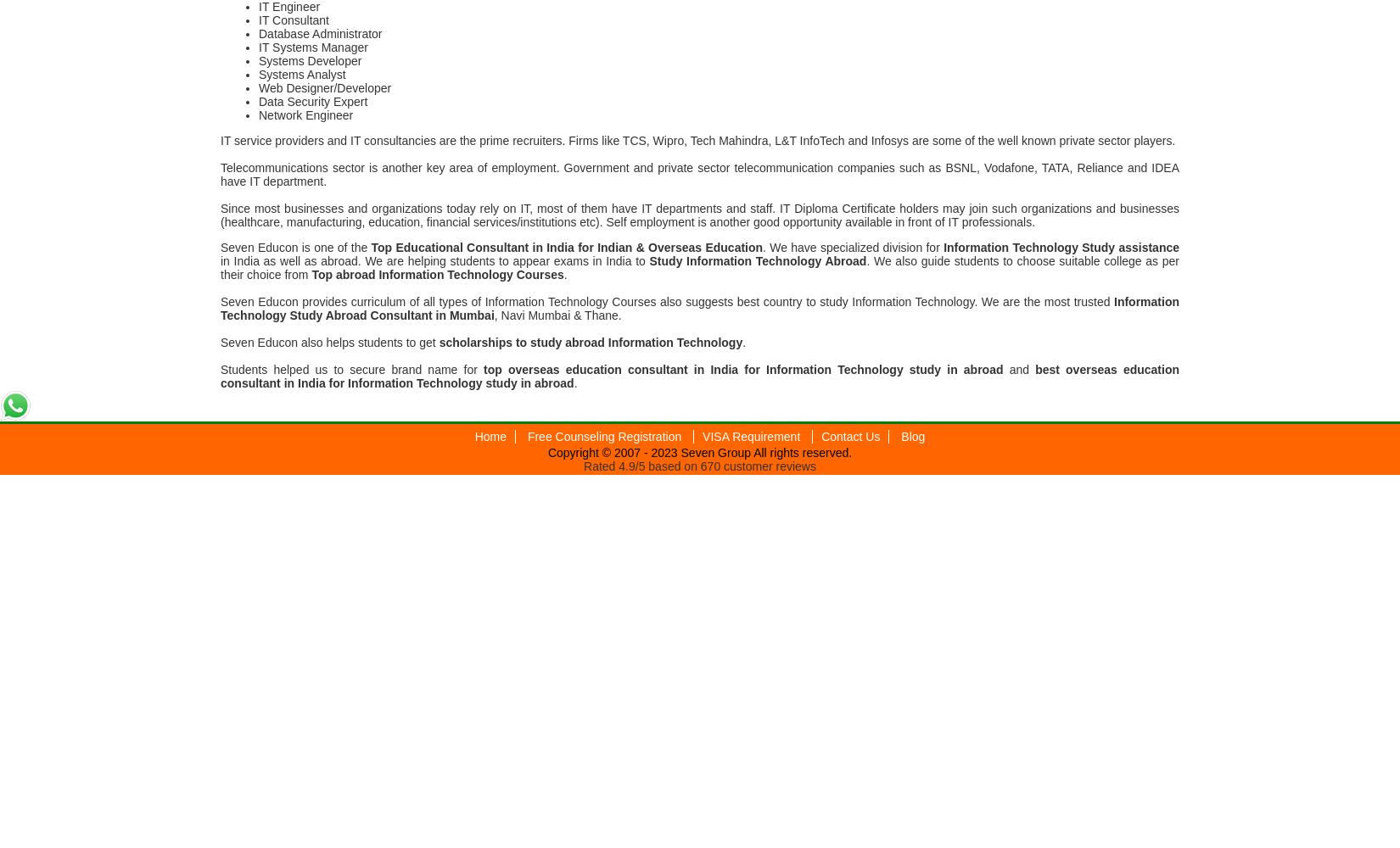 The width and height of the screenshot is (1400, 848). What do you see at coordinates (1019, 369) in the screenshot?
I see `'and'` at bounding box center [1019, 369].